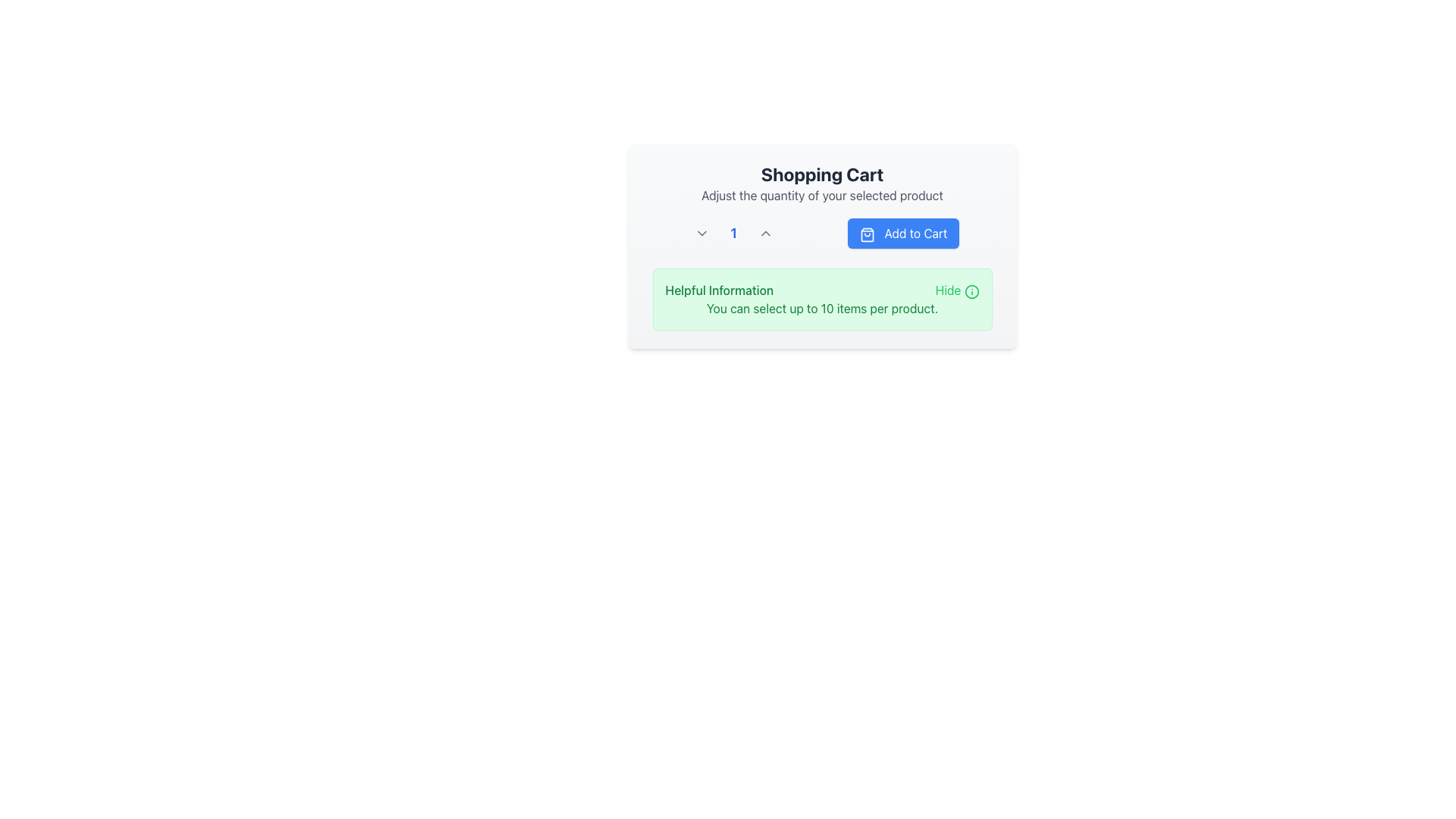 This screenshot has width=1456, height=819. Describe the element at coordinates (971, 291) in the screenshot. I see `the circular outline of the SVG component located in the top-right corner of the green area labeled 'Helpful Information', next to the text 'Hide'` at that location.